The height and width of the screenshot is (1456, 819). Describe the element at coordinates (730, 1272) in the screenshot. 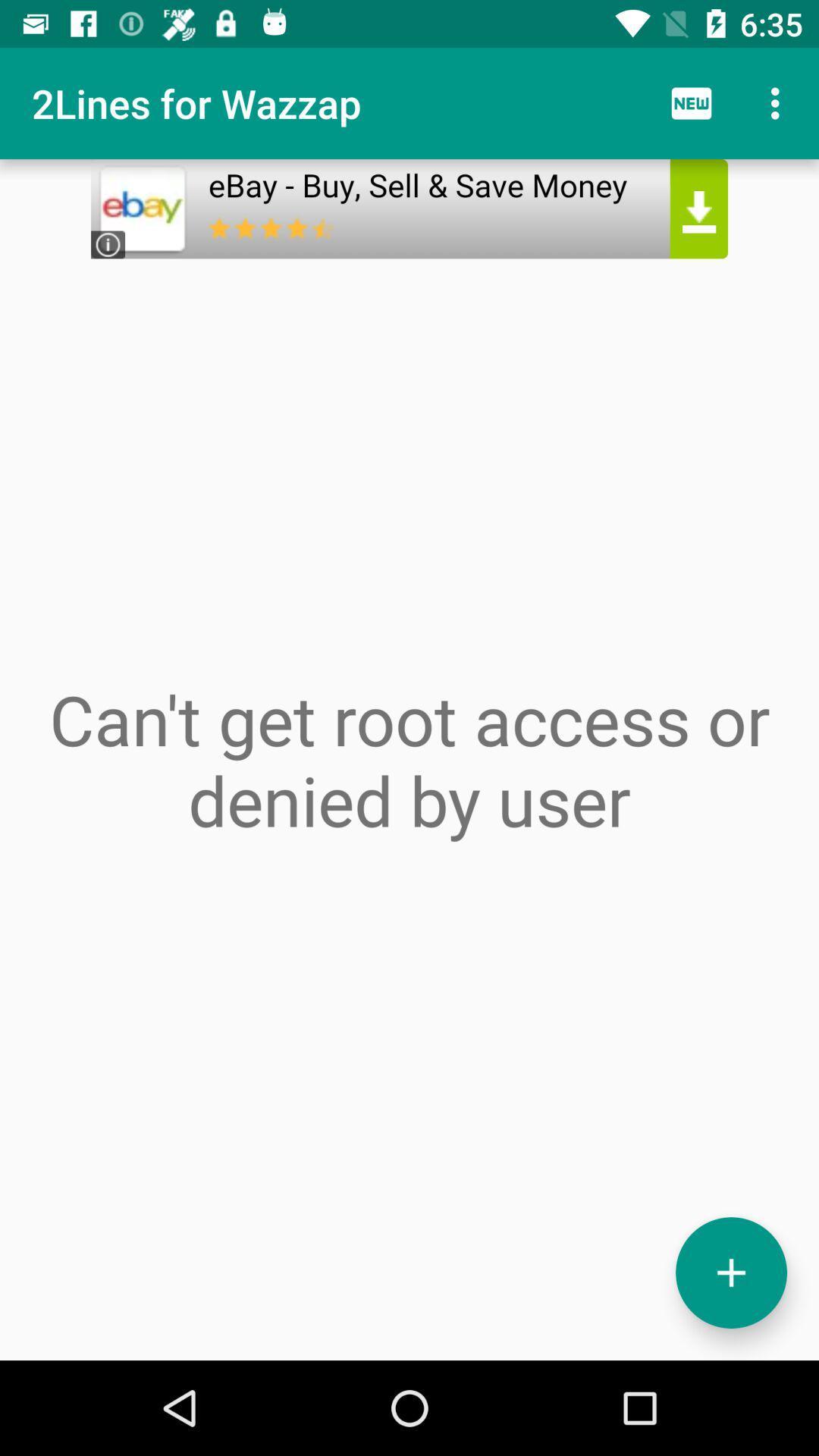

I see `item at the bottom right corner` at that location.